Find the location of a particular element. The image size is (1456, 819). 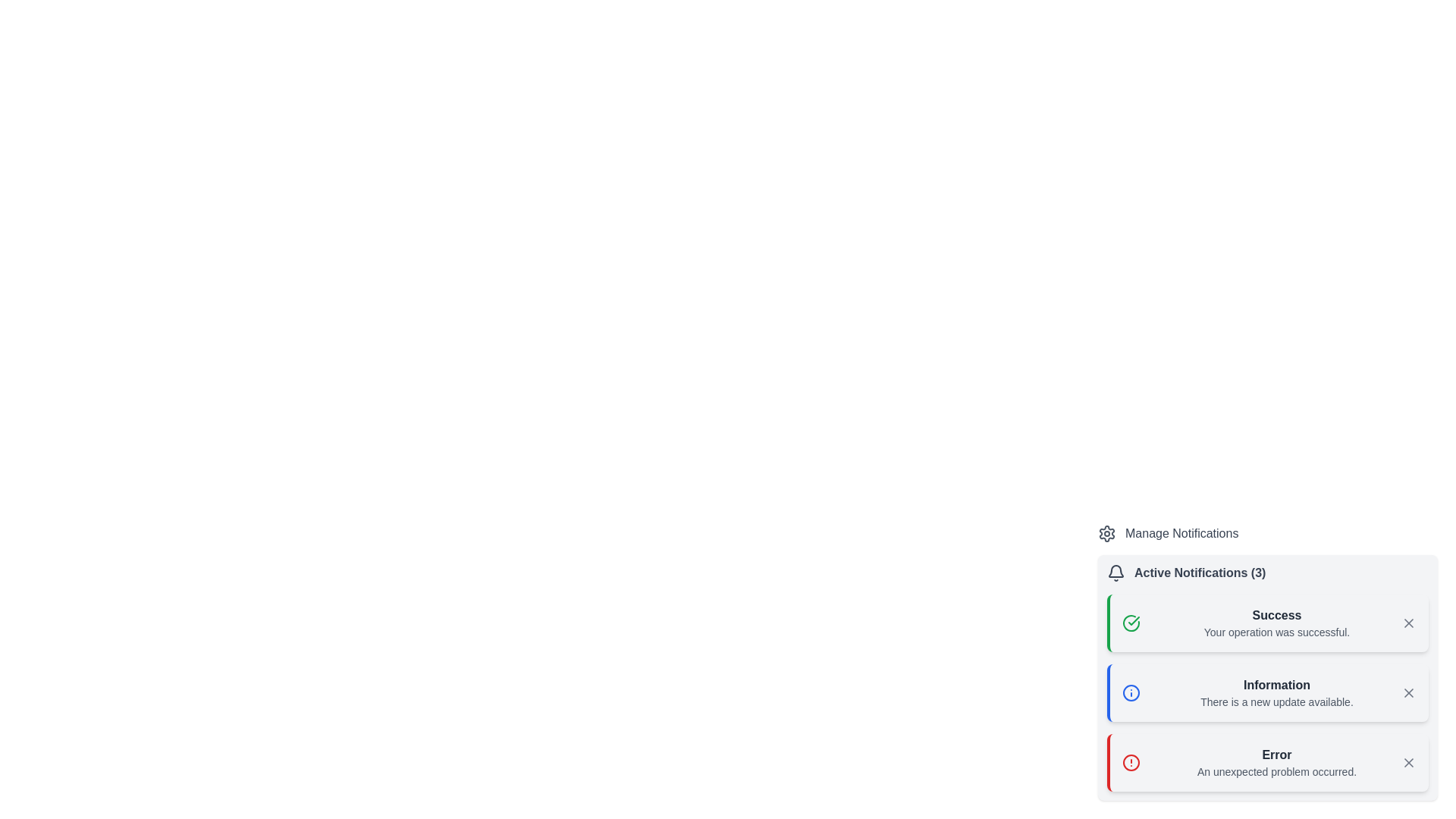

the 'Manage Notifications' text label which is styled in dark gray and appears as a clickable link, located to the right of a gear icon in the top-right corner of the interface is located at coordinates (1181, 533).